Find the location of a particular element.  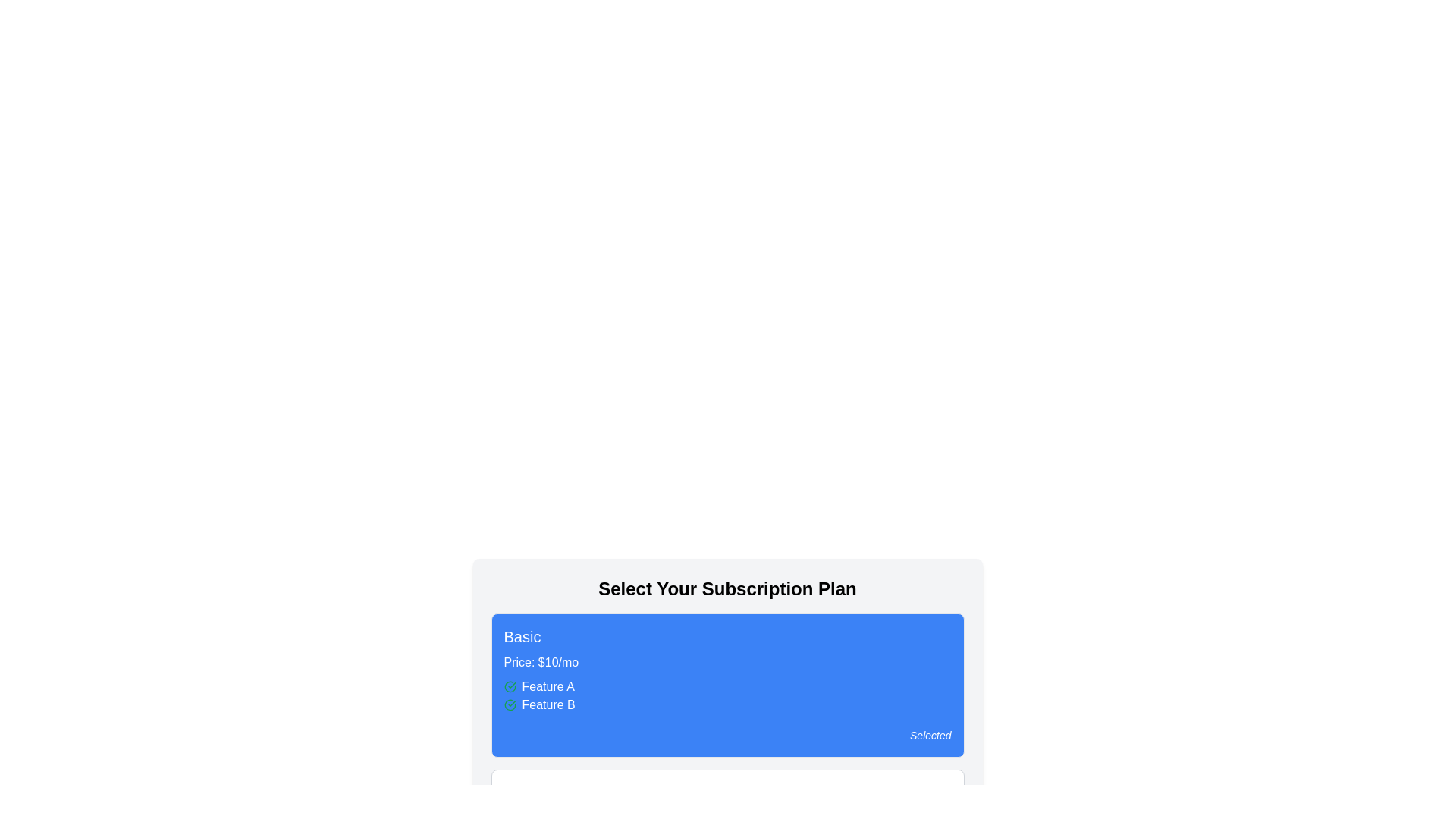

the circular checkmark icon outlined in green located next to the label 'Feature A' within the subscription plan section of the 'Basic' subscription plan is located at coordinates (510, 687).